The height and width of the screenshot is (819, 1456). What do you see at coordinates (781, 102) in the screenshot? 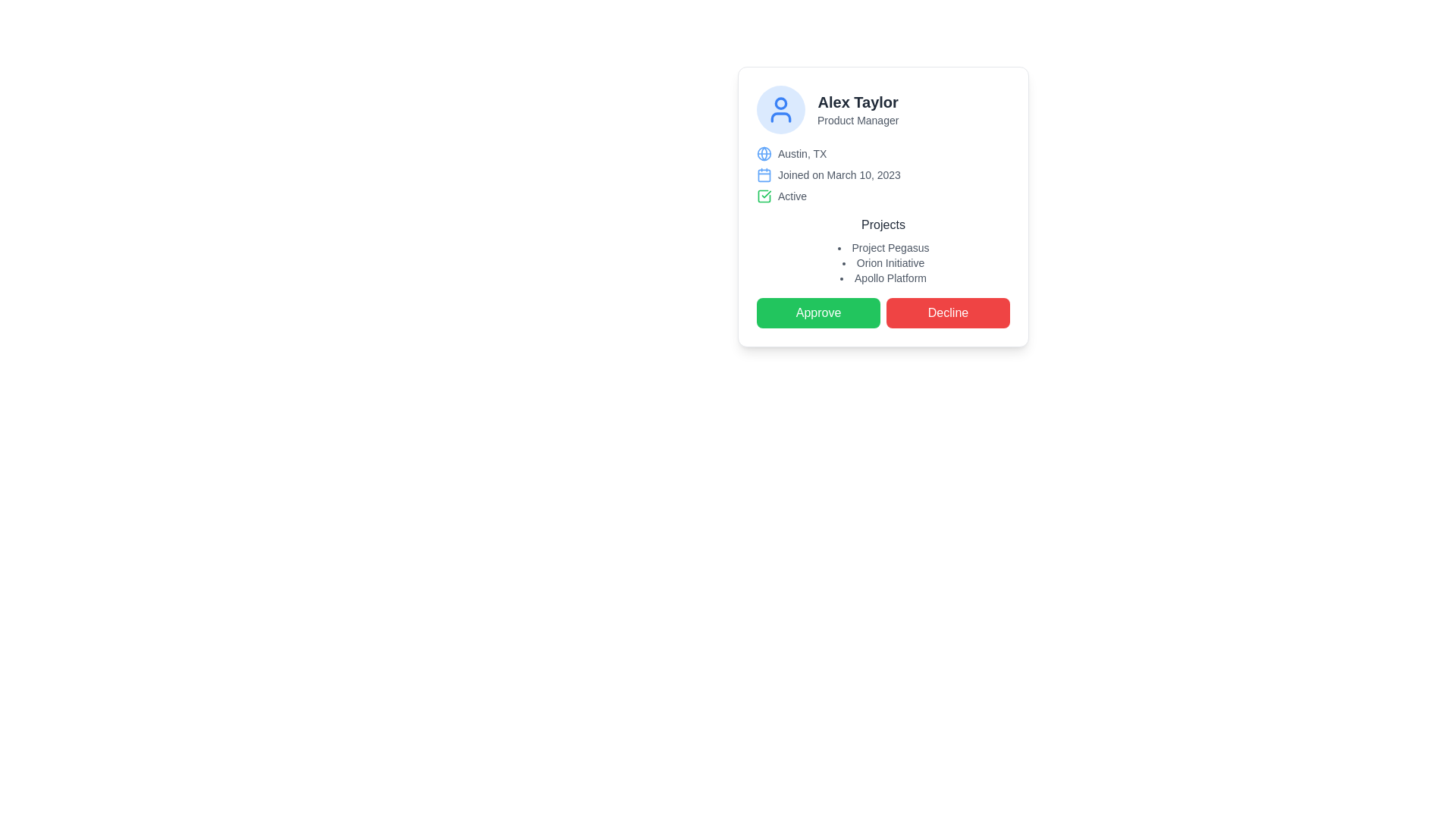
I see `the decorative vector component representing the head in the user profile icon, which is the top circular part of the icon` at bounding box center [781, 102].